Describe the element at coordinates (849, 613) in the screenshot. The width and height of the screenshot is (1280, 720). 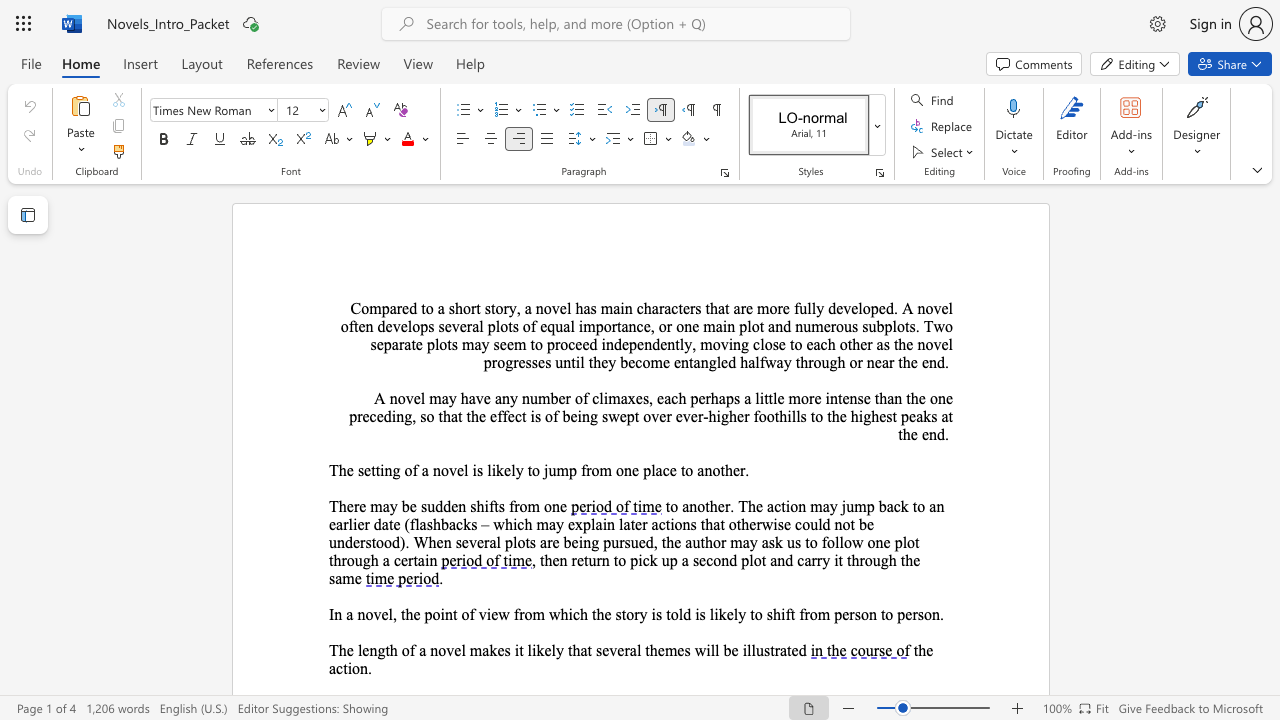
I see `the subset text "rson to person" within the text "In a novel, the point of view from which the story is told is likely to shift from person to person."` at that location.